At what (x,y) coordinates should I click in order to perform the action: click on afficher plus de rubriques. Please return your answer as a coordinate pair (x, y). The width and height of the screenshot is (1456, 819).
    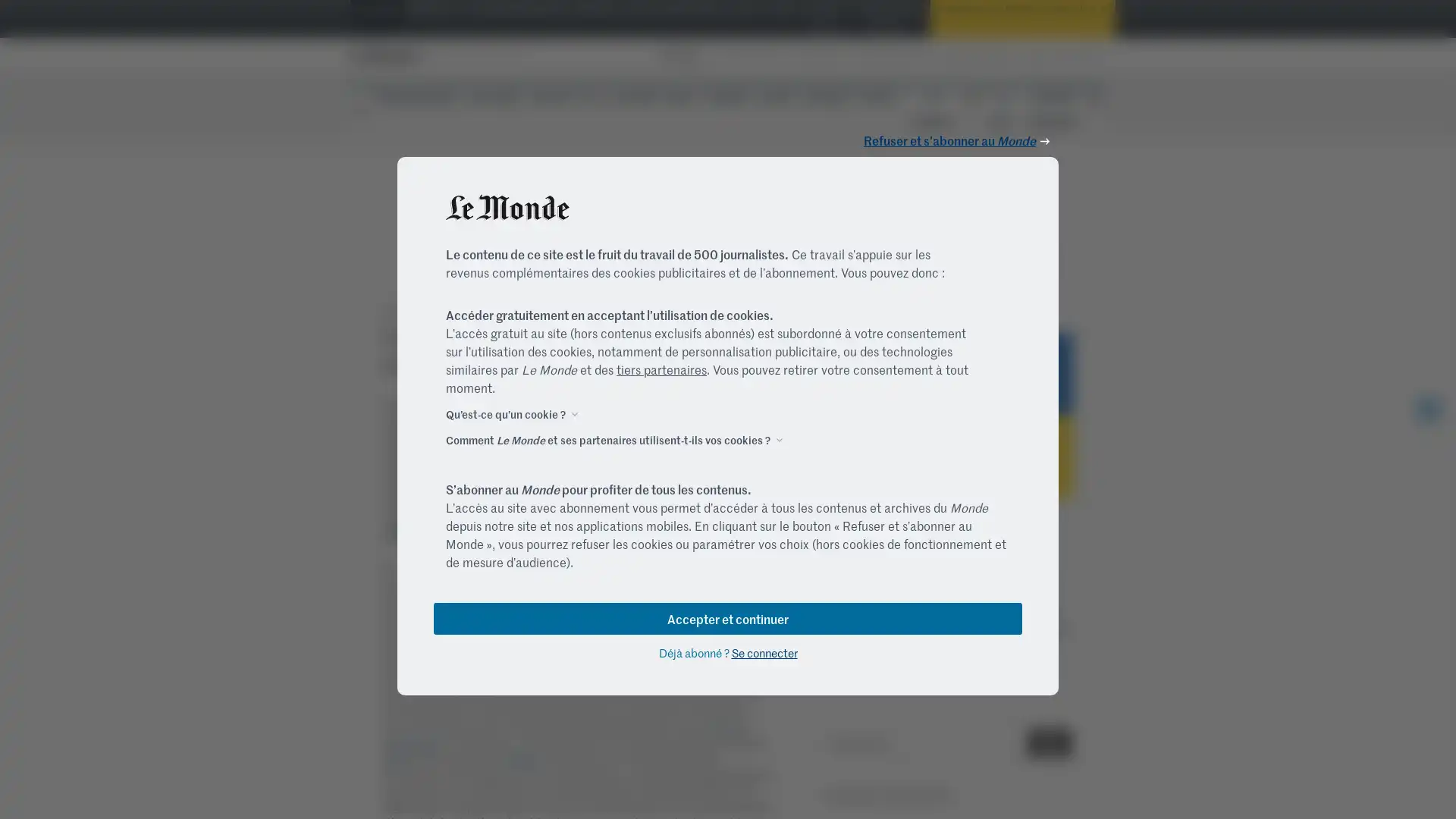
    Looking at the image, I should click on (1094, 99).